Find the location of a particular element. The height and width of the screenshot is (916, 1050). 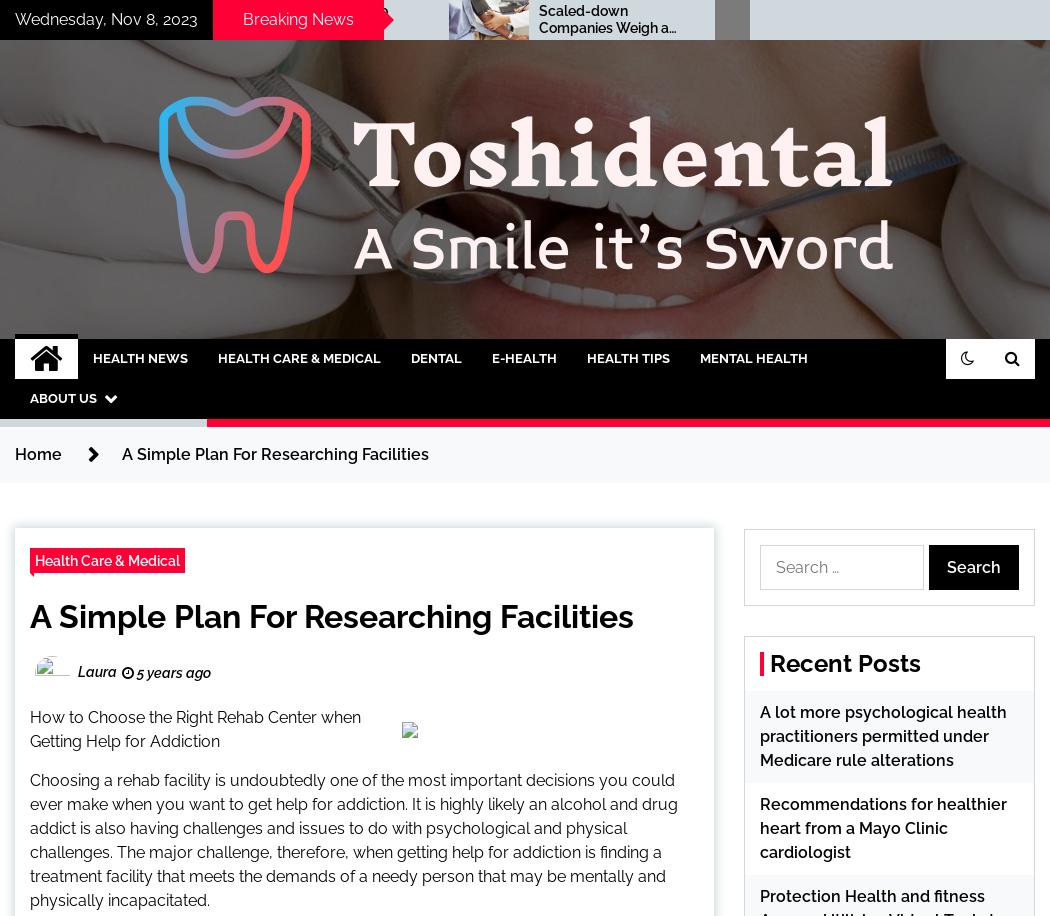

'A Smile it's Sword' is located at coordinates (15, 334).